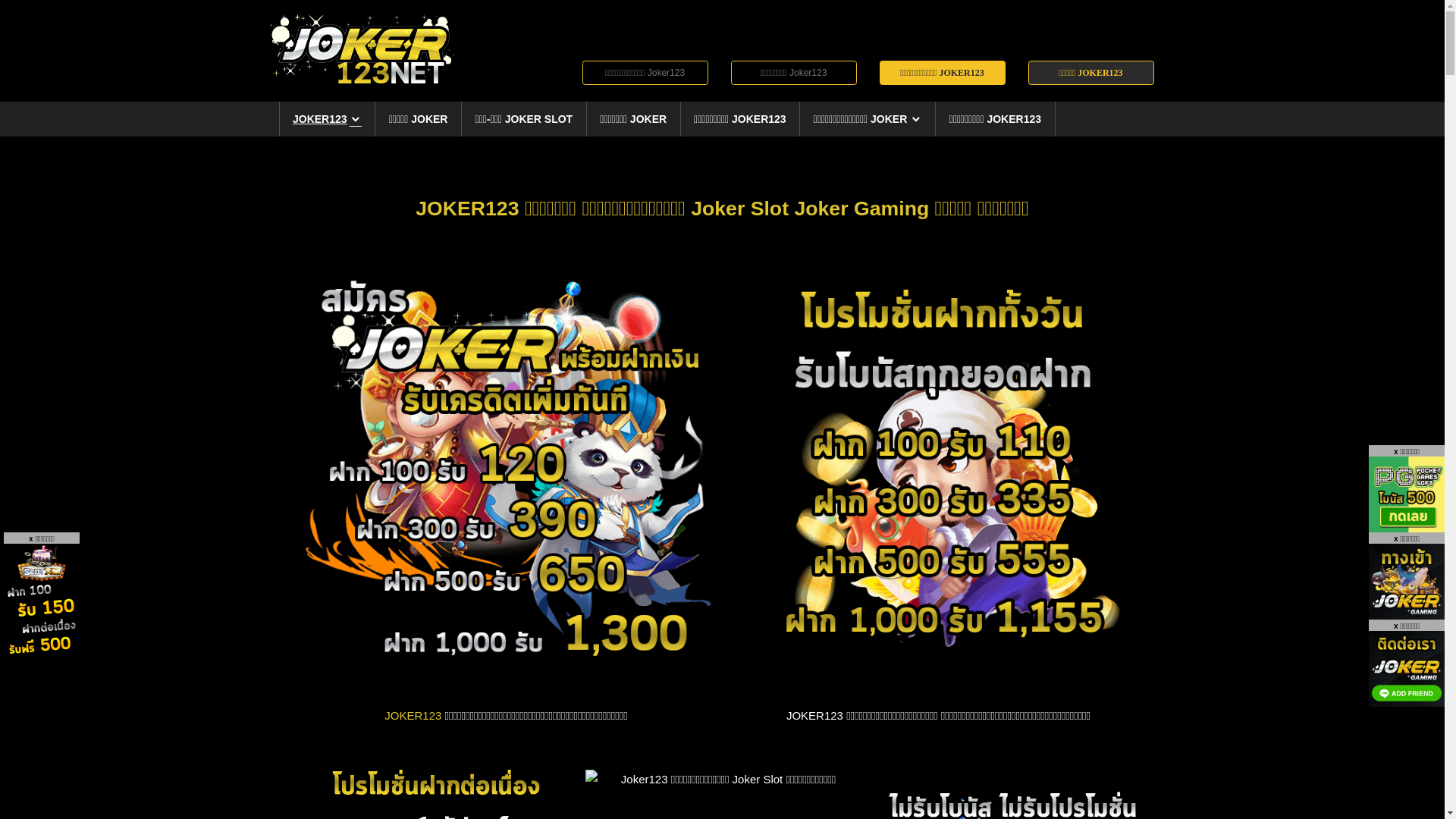 This screenshot has width=1456, height=819. I want to click on 'JOKER123', so click(326, 118).